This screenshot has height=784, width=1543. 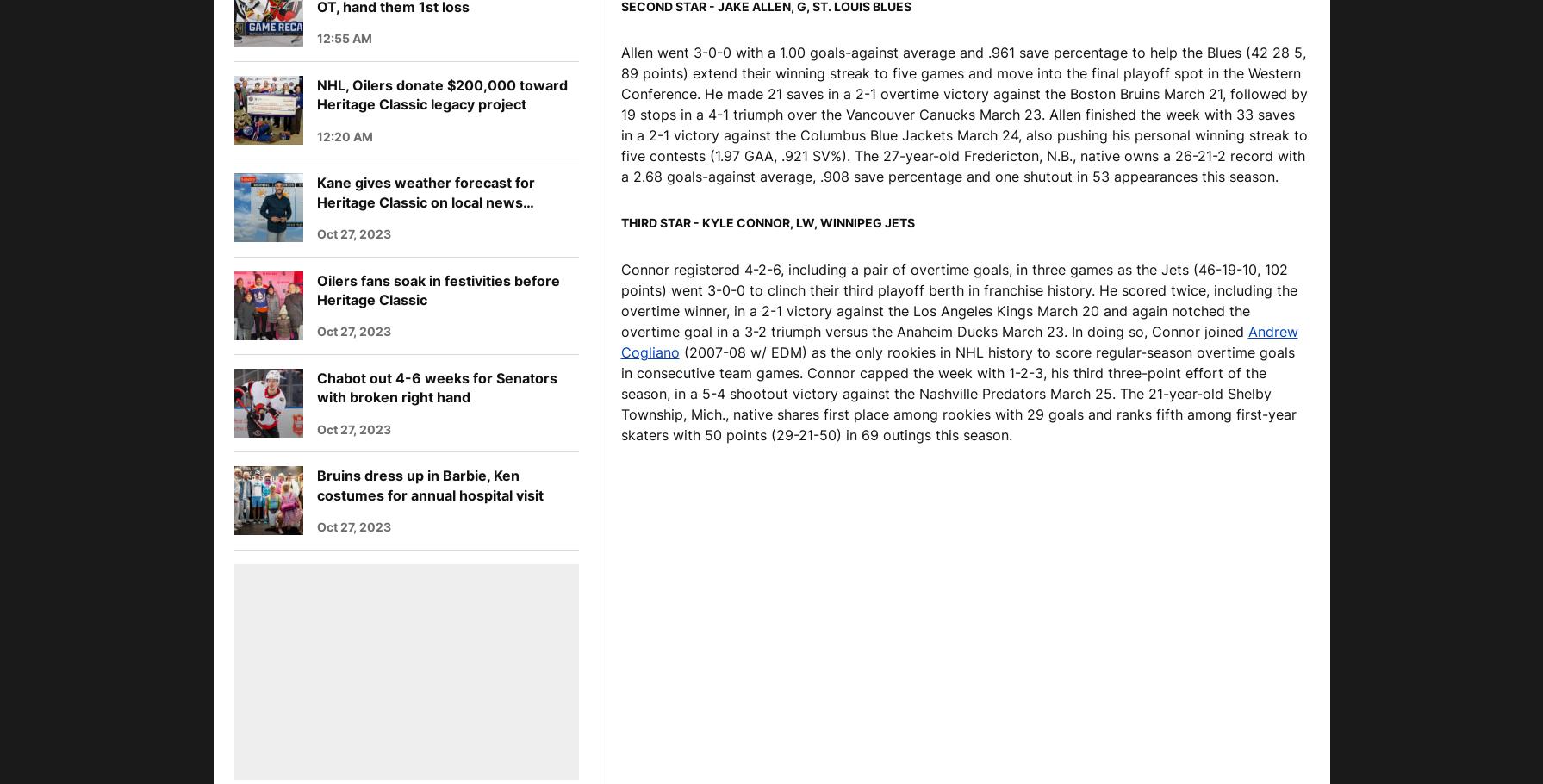 I want to click on '12:55 AM', so click(x=344, y=38).